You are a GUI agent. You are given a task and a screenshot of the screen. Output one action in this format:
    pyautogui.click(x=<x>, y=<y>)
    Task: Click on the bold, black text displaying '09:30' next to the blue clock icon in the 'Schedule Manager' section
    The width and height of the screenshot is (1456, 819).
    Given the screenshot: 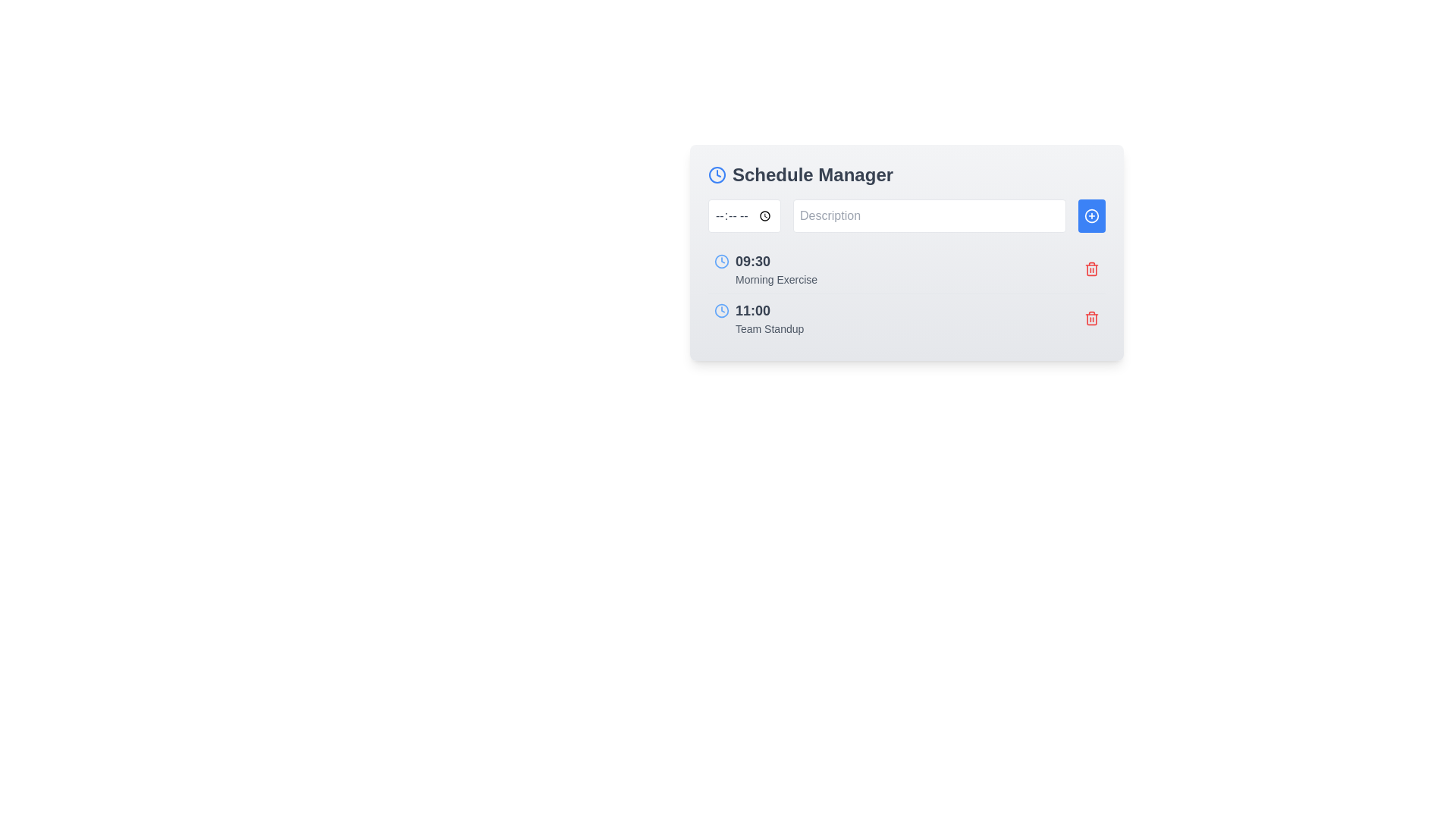 What is the action you would take?
    pyautogui.click(x=766, y=260)
    